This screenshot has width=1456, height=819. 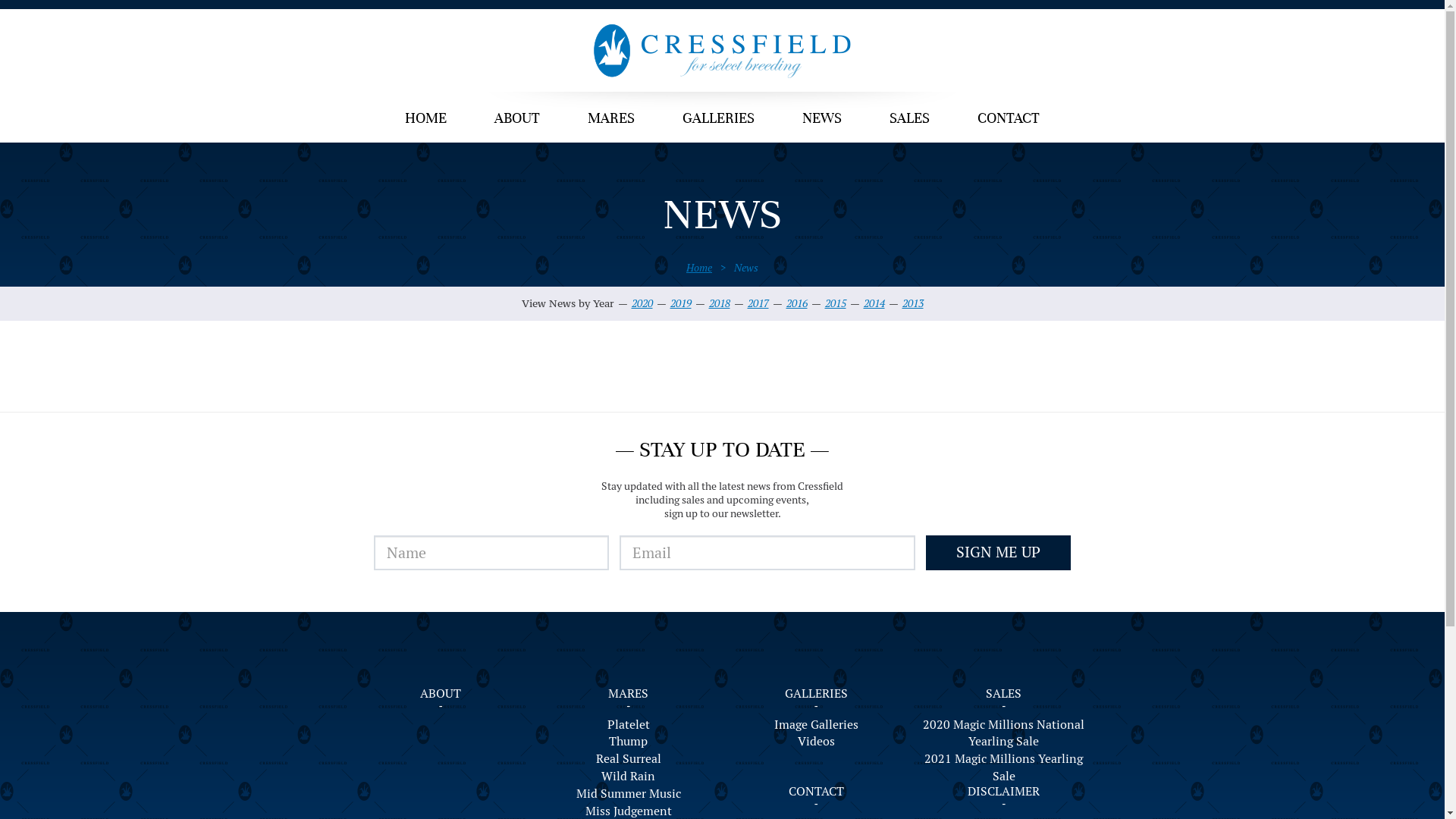 What do you see at coordinates (835, 303) in the screenshot?
I see `'2015'` at bounding box center [835, 303].